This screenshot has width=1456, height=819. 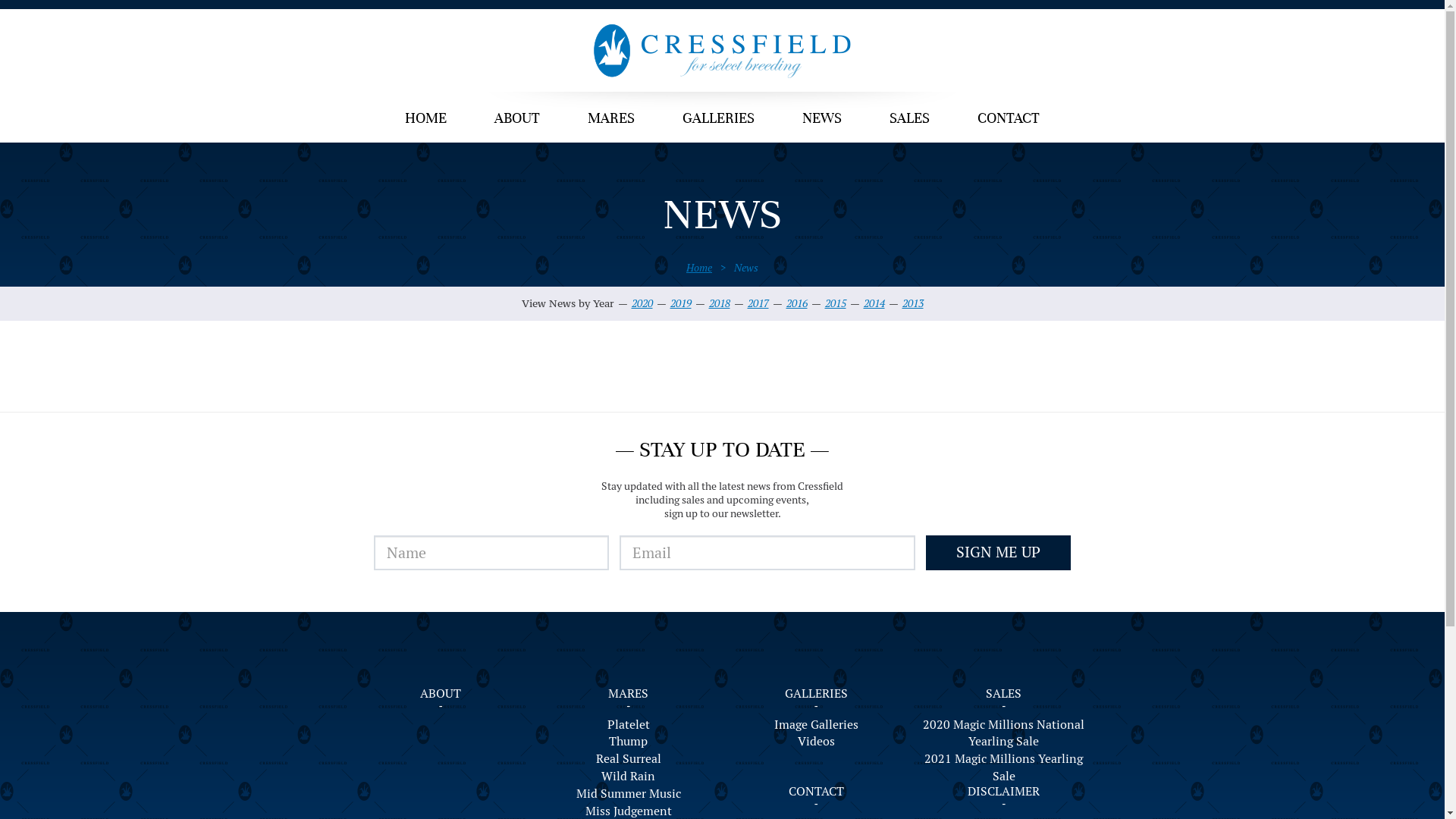 What do you see at coordinates (835, 303) in the screenshot?
I see `'2015'` at bounding box center [835, 303].